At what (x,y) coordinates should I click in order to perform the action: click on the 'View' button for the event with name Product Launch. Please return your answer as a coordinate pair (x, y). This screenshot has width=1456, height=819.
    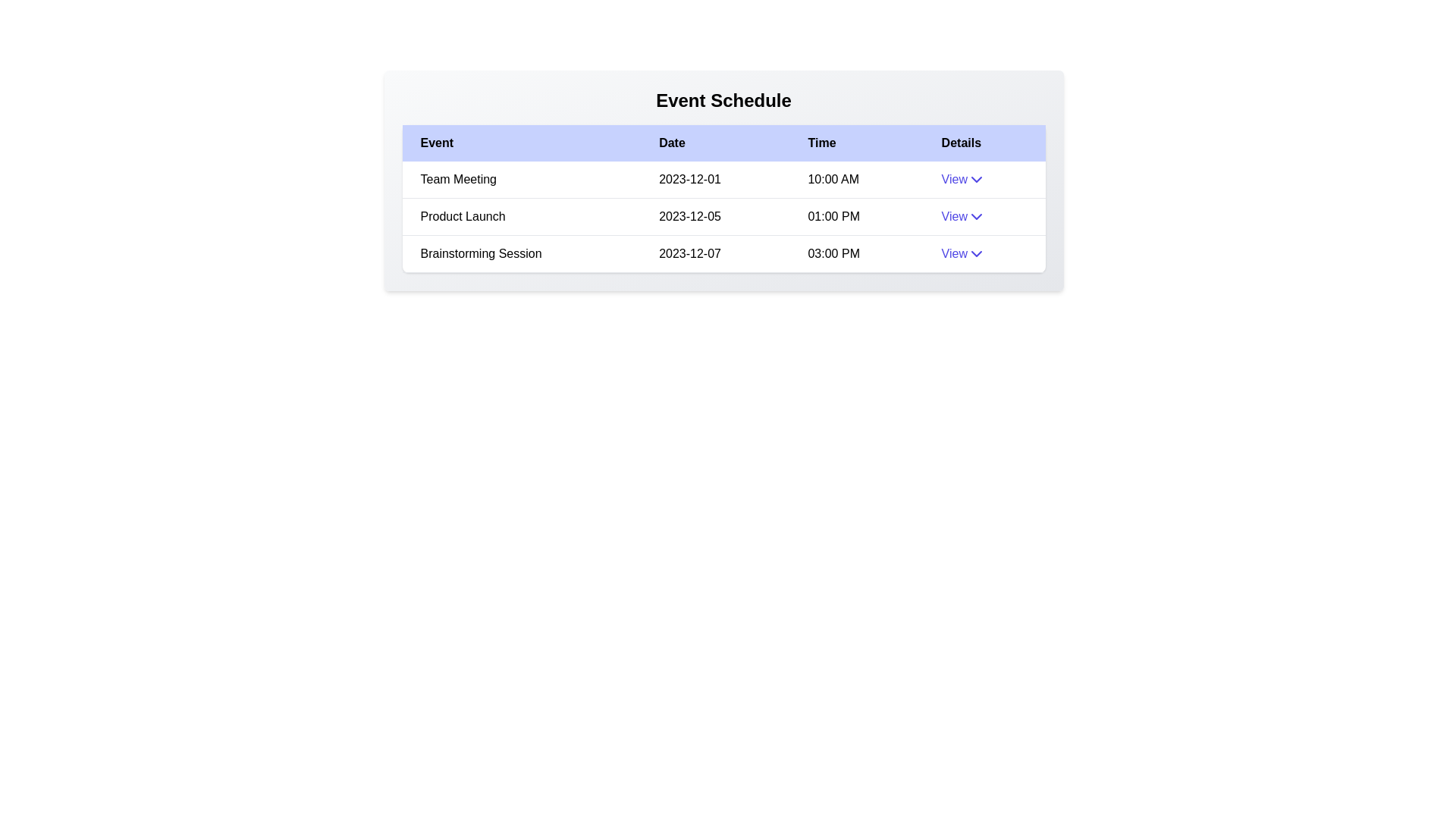
    Looking at the image, I should click on (962, 216).